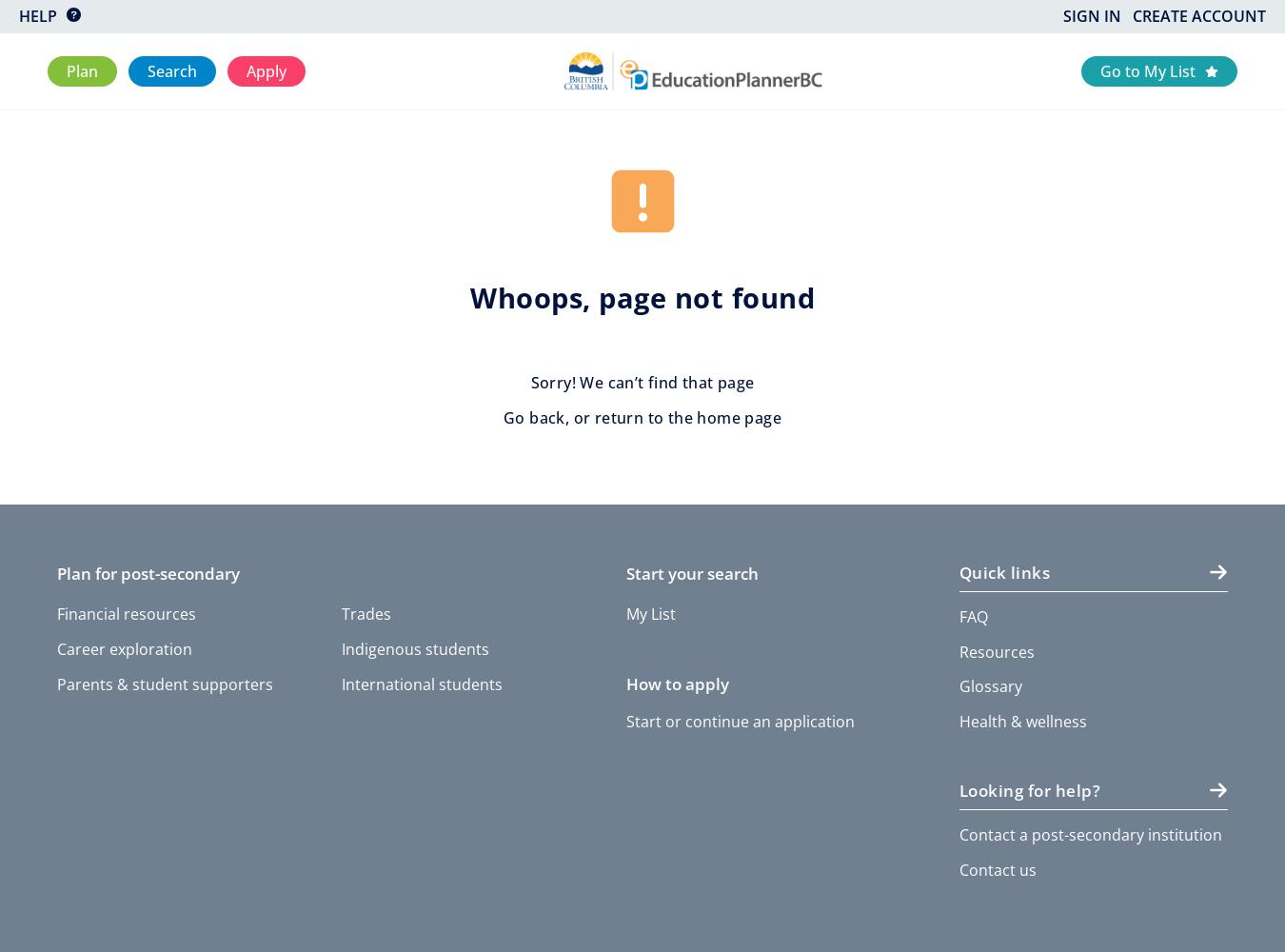 The width and height of the screenshot is (1285, 952). I want to click on 'Contact a post-secondary institution', so click(1088, 834).